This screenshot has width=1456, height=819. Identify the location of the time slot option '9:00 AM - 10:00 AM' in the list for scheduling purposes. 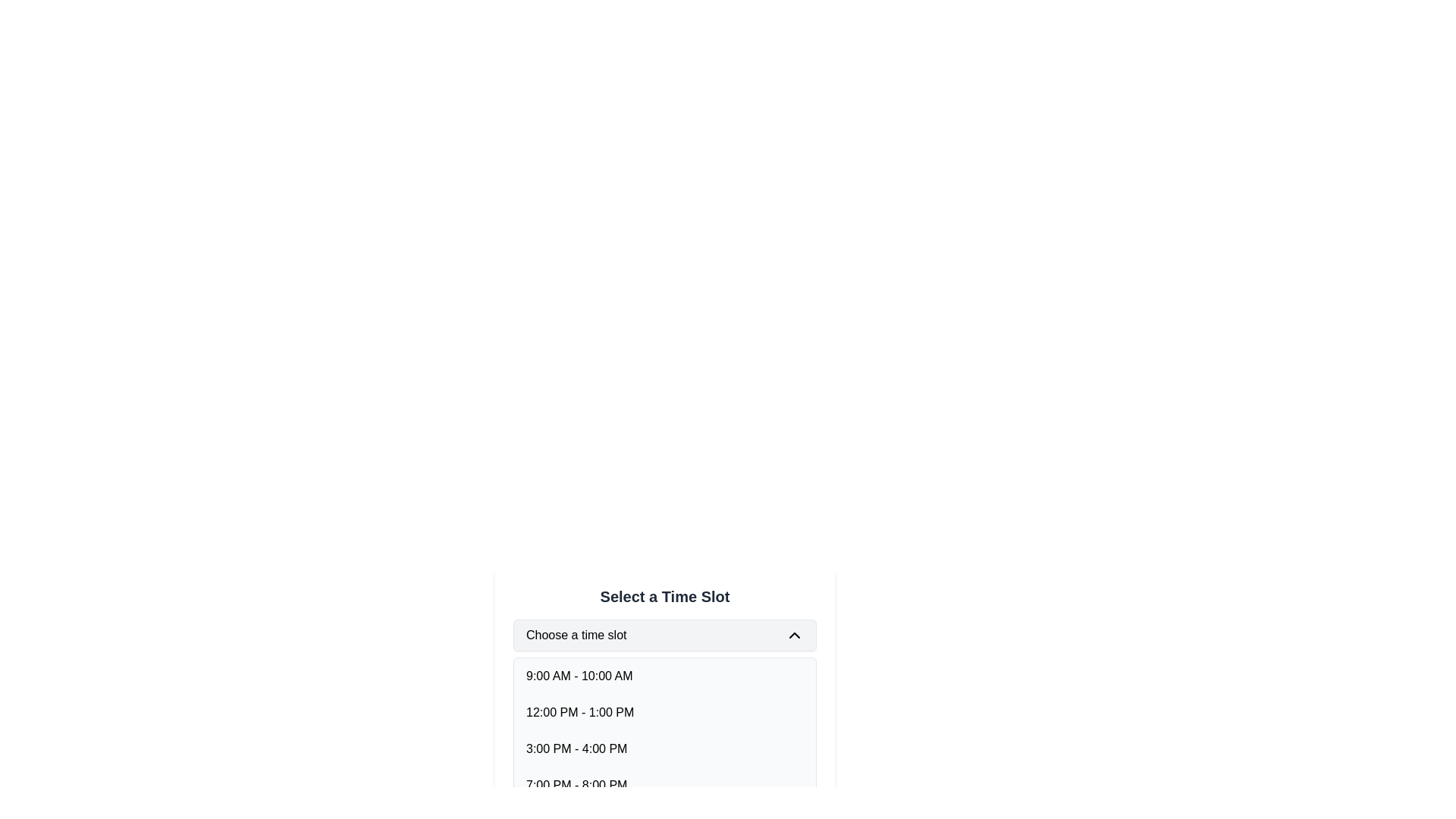
(665, 675).